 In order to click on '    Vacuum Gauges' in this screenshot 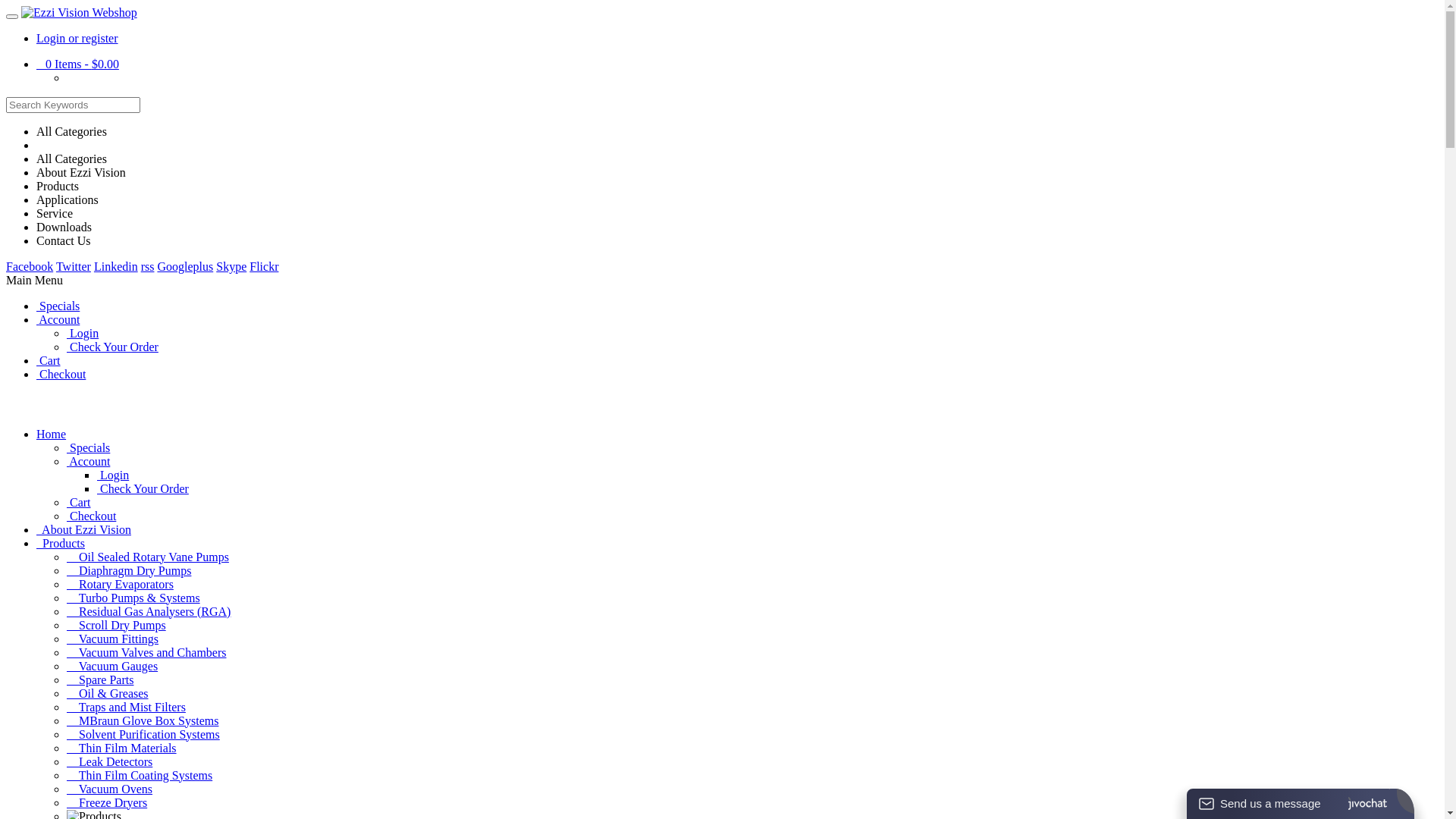, I will do `click(111, 665)`.